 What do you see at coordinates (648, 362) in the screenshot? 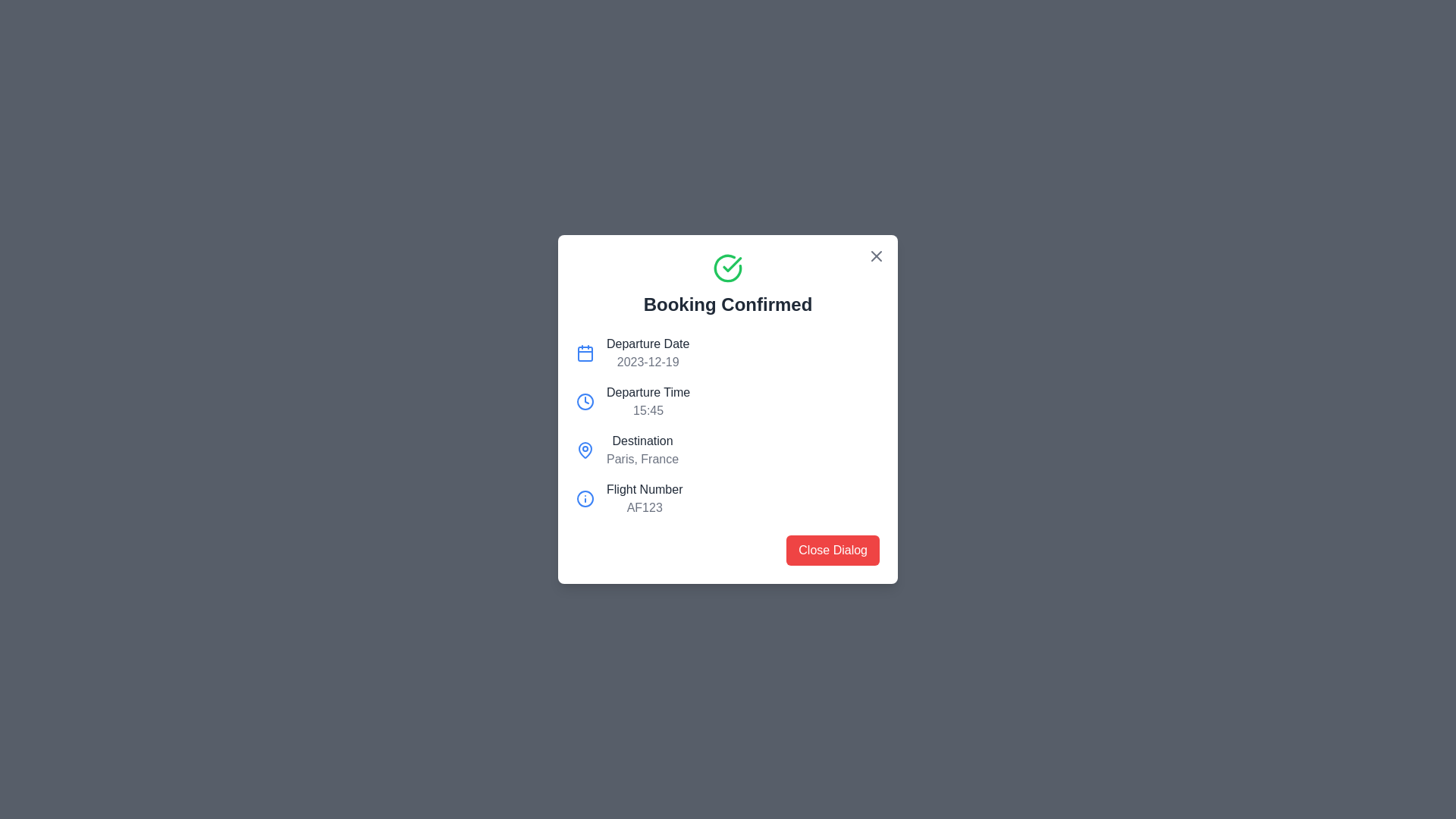
I see `the static text displaying the departure date information in the booking confirmation dialog, located in the second column below 'Booking Confirmed' and next to 'Departure Date'` at bounding box center [648, 362].